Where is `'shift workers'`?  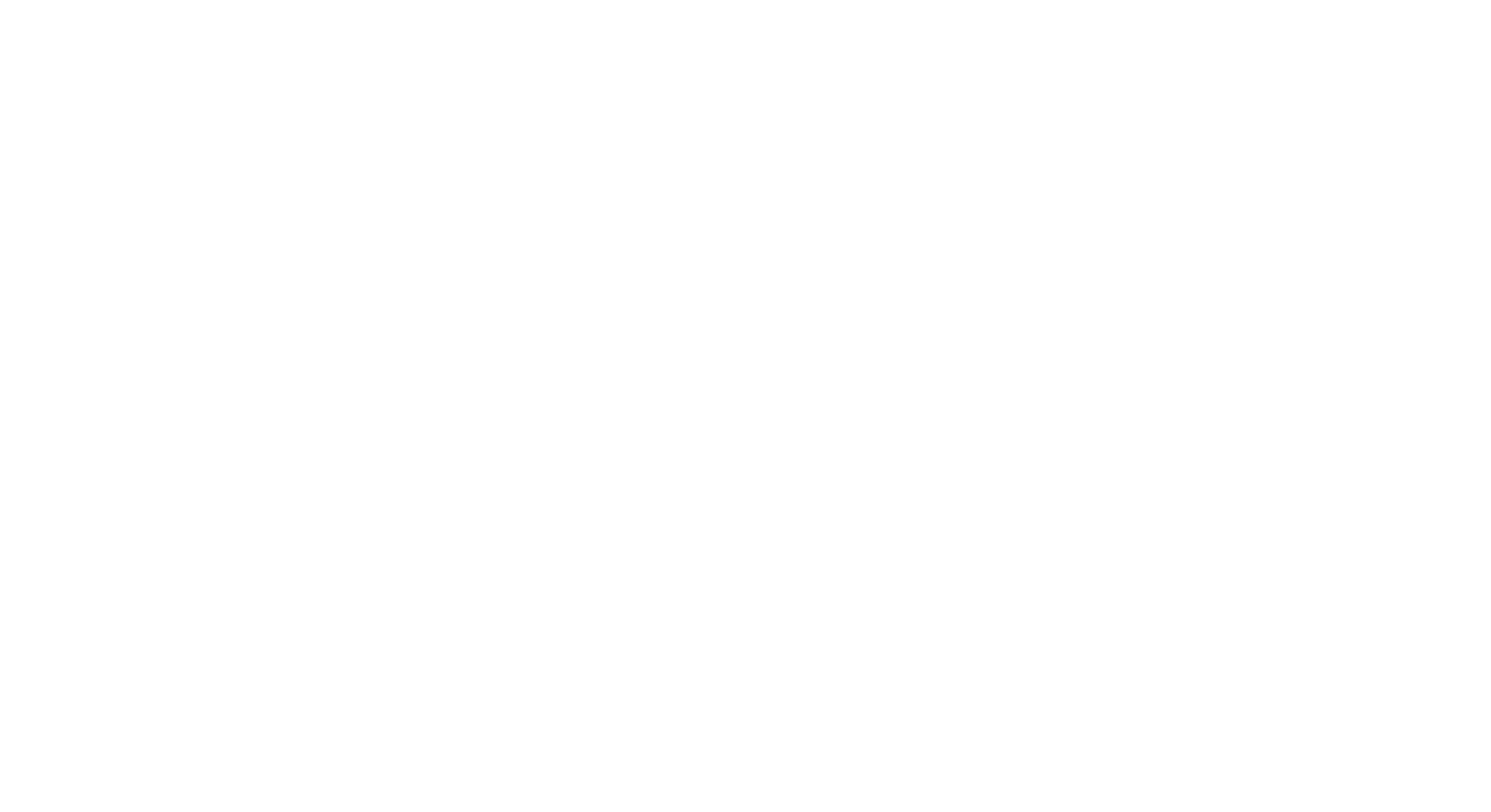 'shift workers' is located at coordinates (465, 224).